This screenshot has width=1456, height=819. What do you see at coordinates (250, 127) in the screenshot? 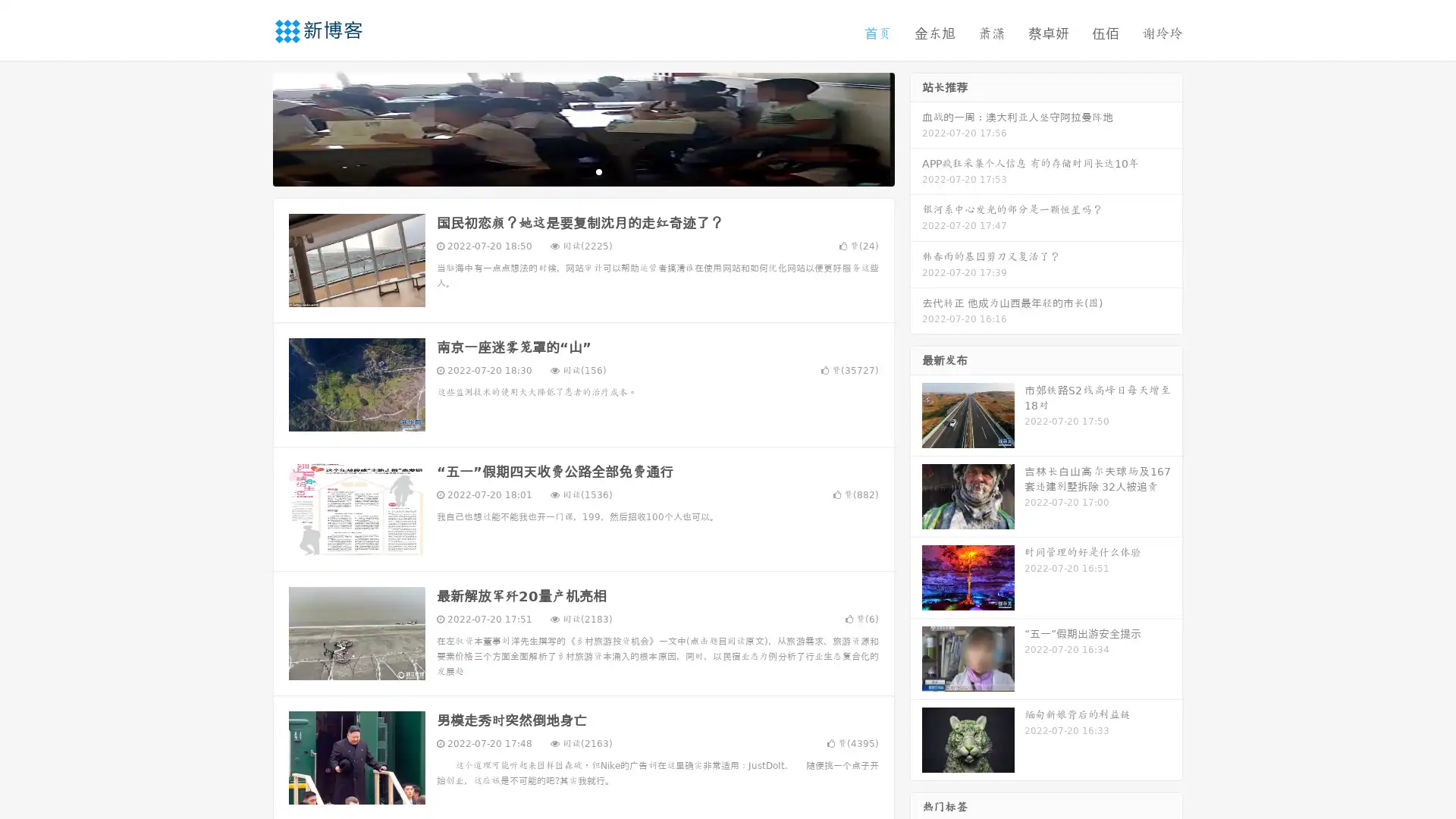
I see `Previous slide` at bounding box center [250, 127].